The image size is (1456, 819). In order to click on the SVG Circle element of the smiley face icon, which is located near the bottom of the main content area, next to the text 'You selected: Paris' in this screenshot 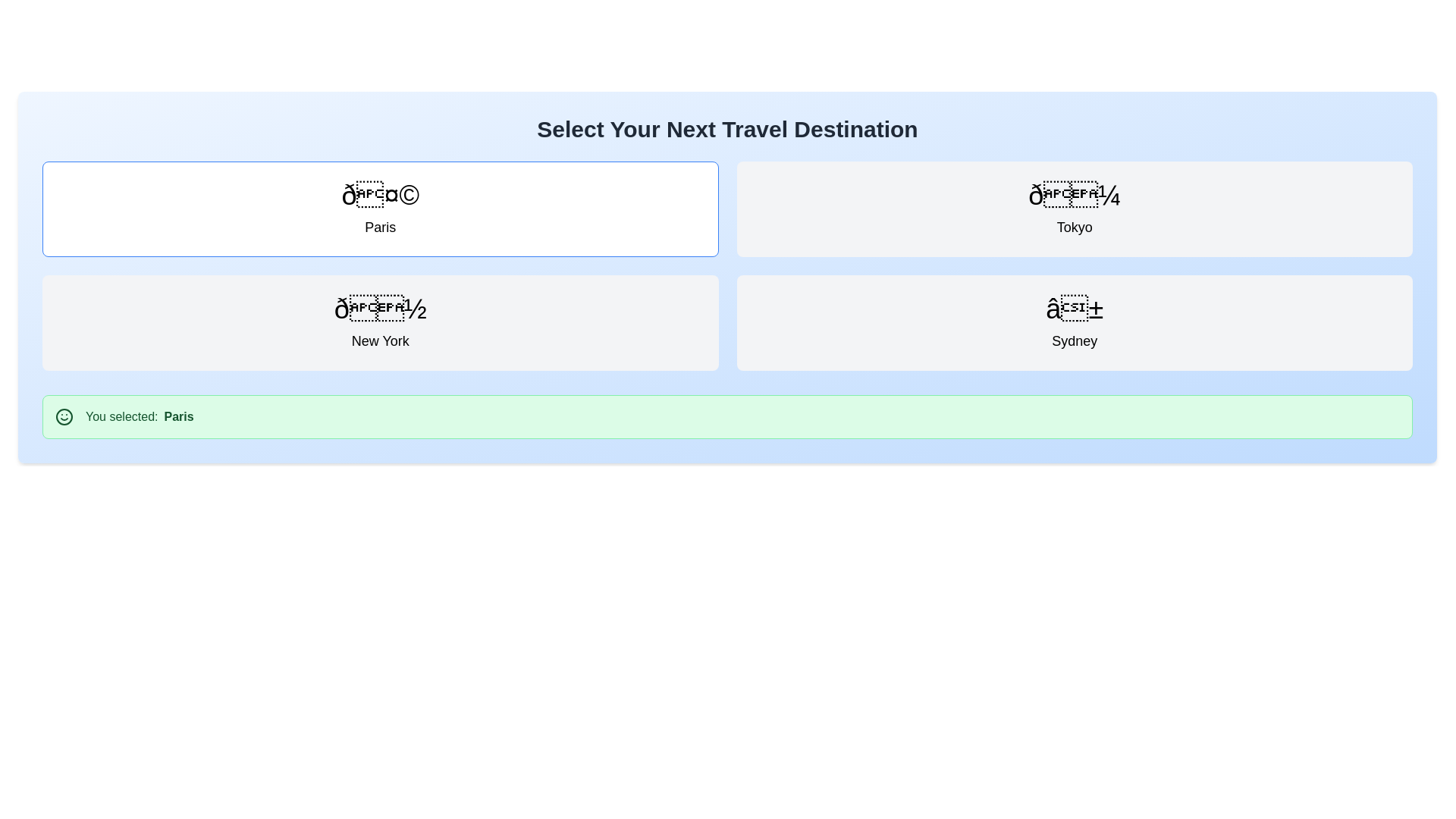, I will do `click(64, 417)`.